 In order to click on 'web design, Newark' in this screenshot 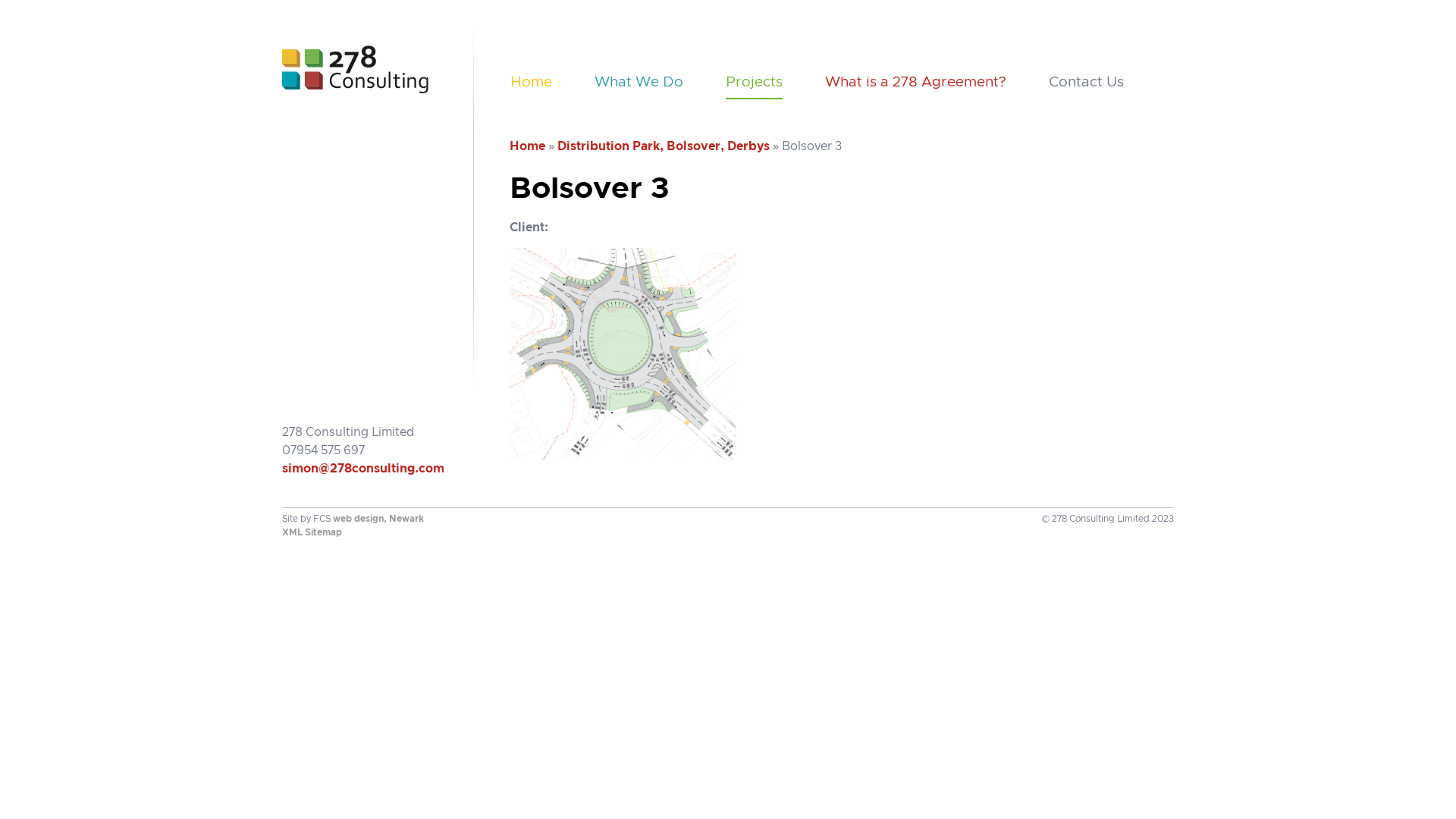, I will do `click(378, 517)`.